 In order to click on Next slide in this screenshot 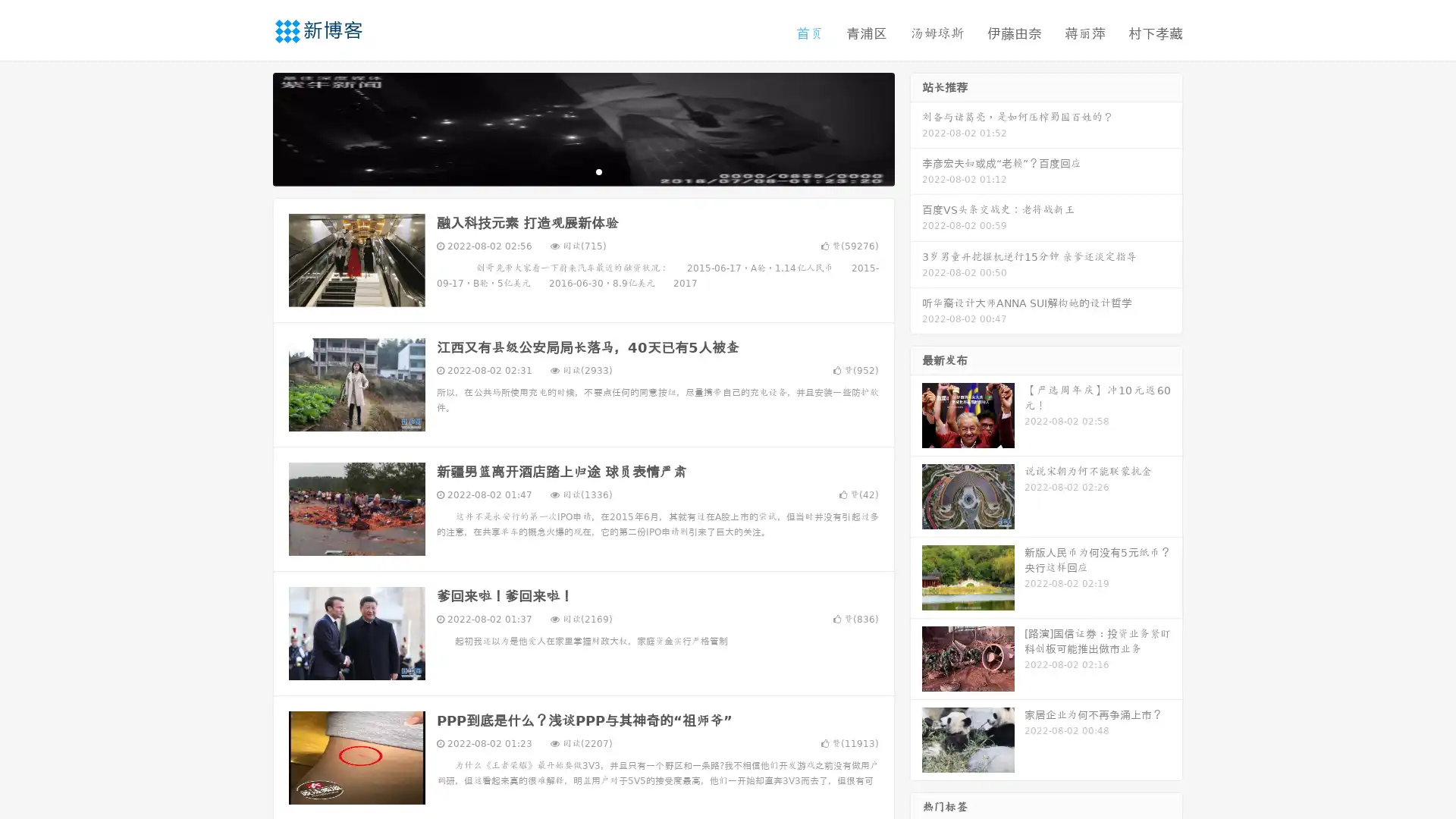, I will do `click(916, 127)`.